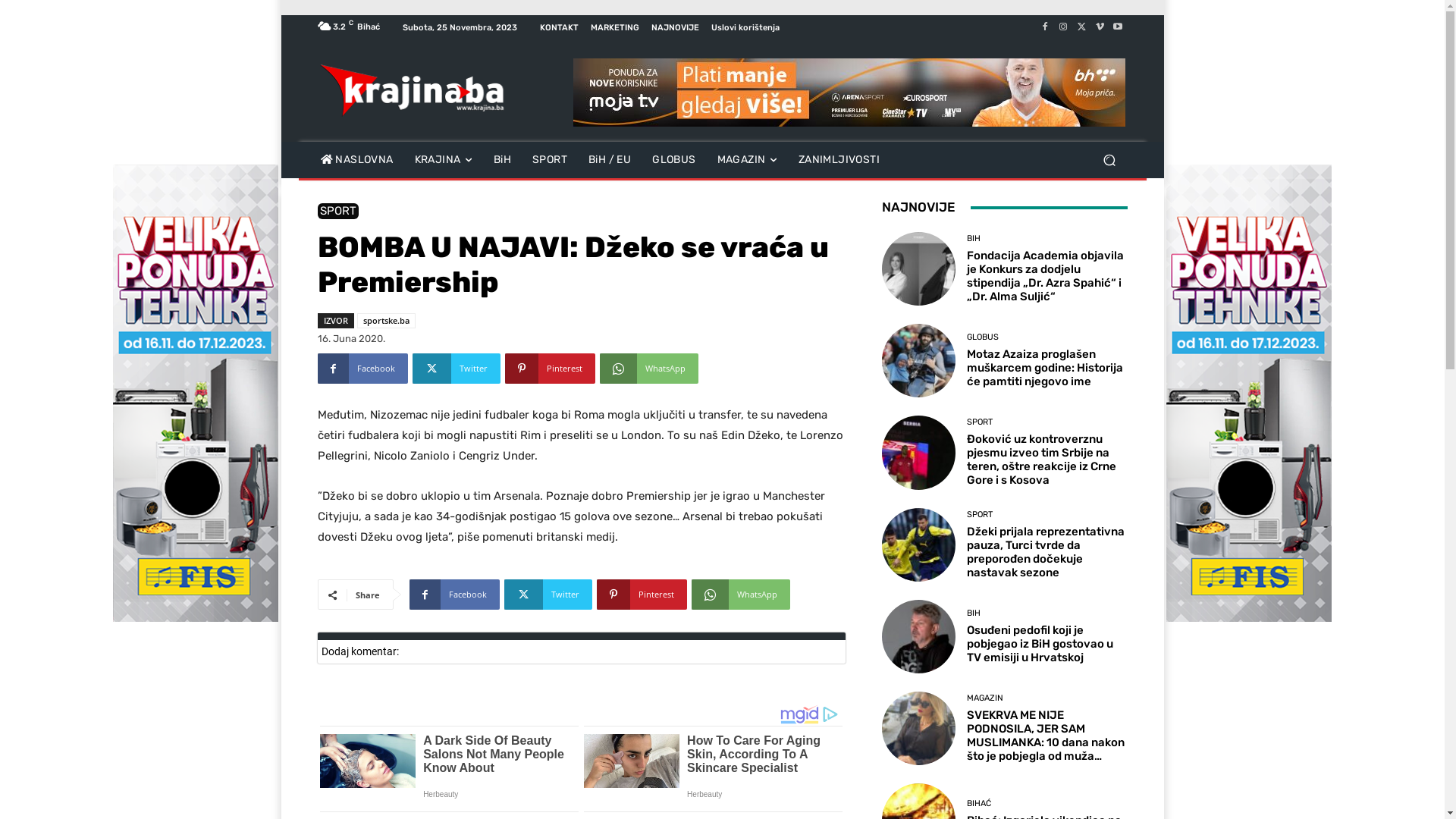 The height and width of the screenshot is (819, 1456). Describe the element at coordinates (385, 320) in the screenshot. I see `'sportske.ba'` at that location.